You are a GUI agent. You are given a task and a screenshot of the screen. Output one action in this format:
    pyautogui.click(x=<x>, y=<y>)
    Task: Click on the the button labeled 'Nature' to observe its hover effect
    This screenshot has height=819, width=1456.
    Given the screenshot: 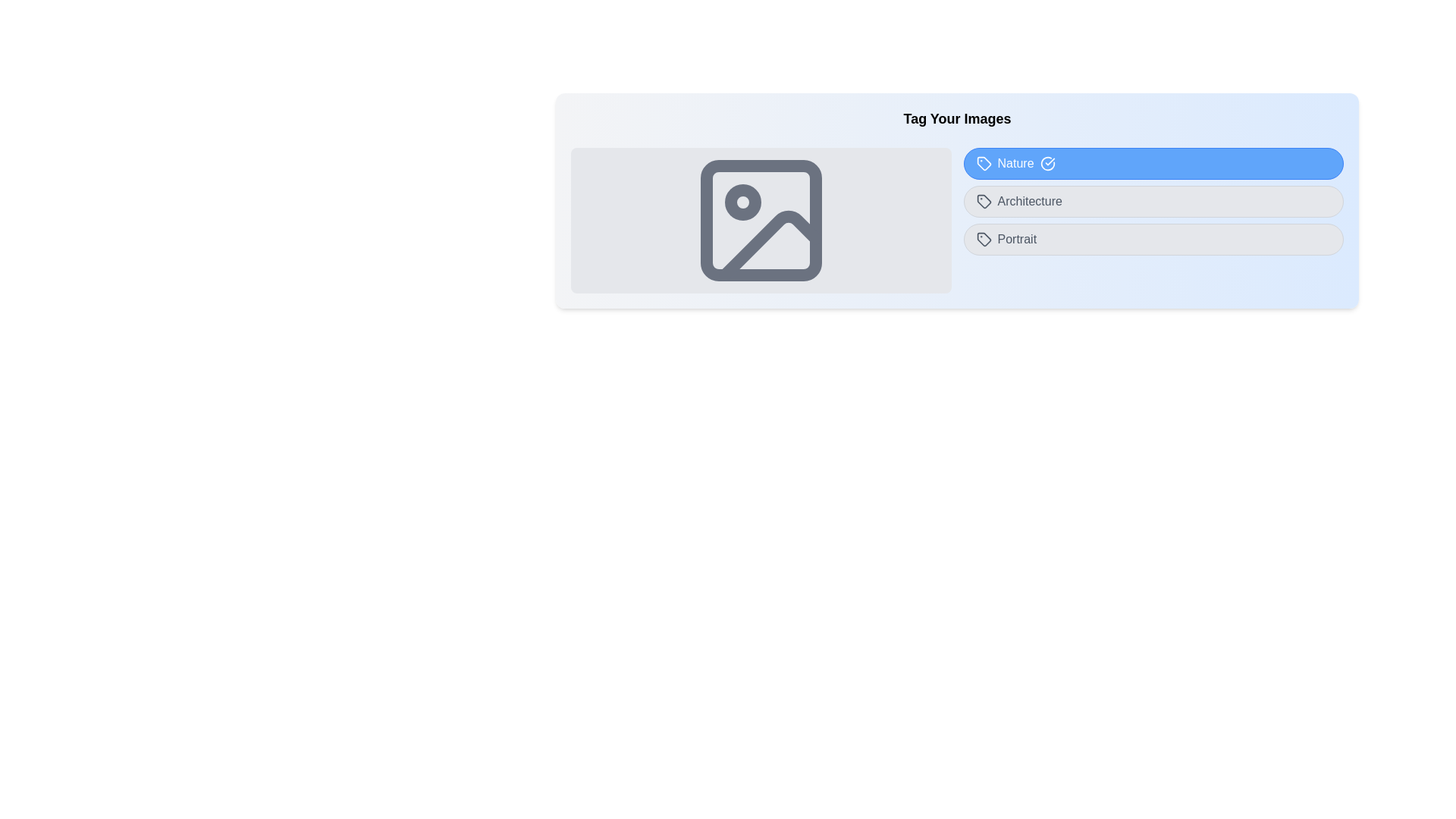 What is the action you would take?
    pyautogui.click(x=1153, y=164)
    